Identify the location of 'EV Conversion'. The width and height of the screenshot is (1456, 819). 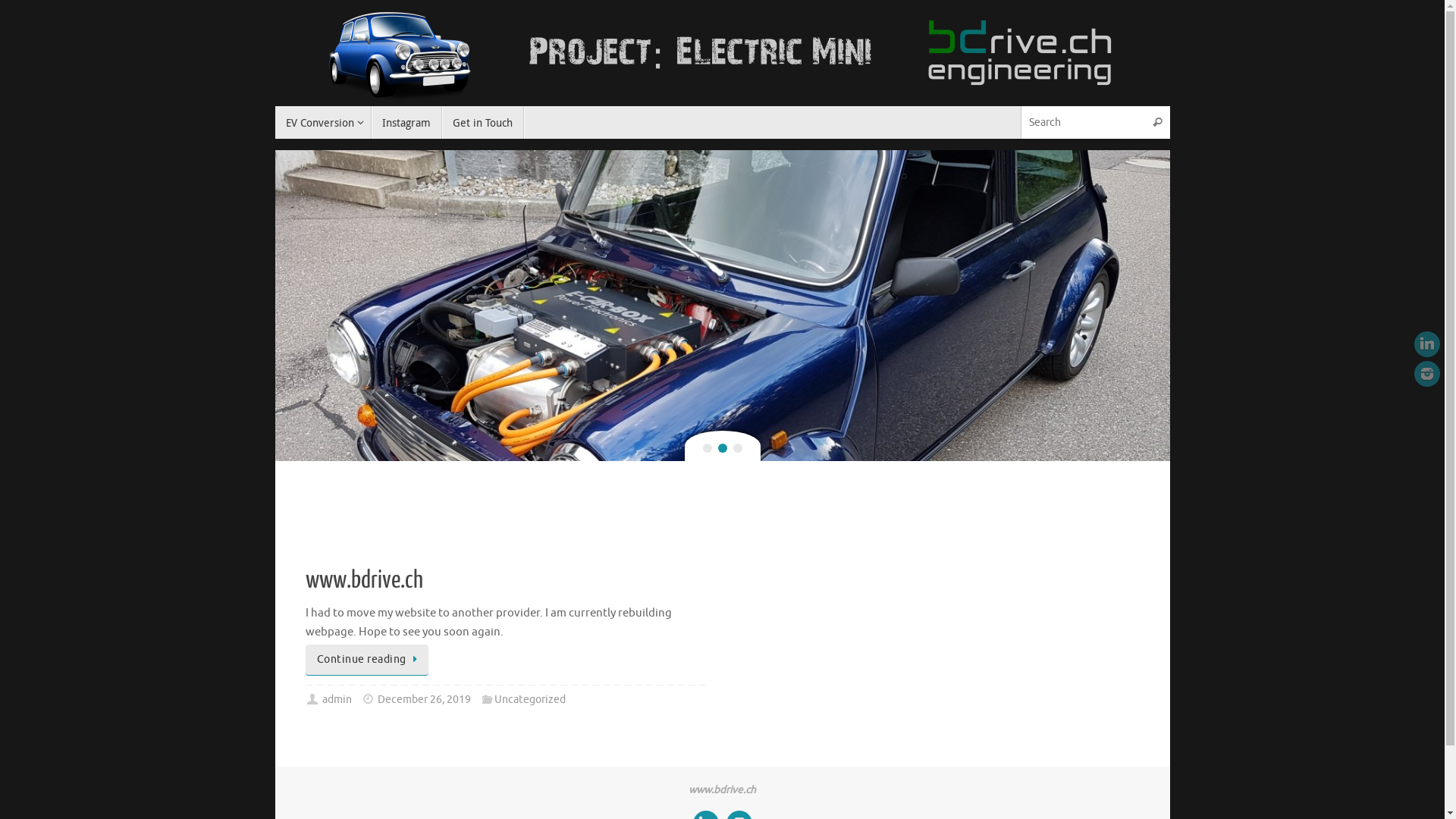
(322, 121).